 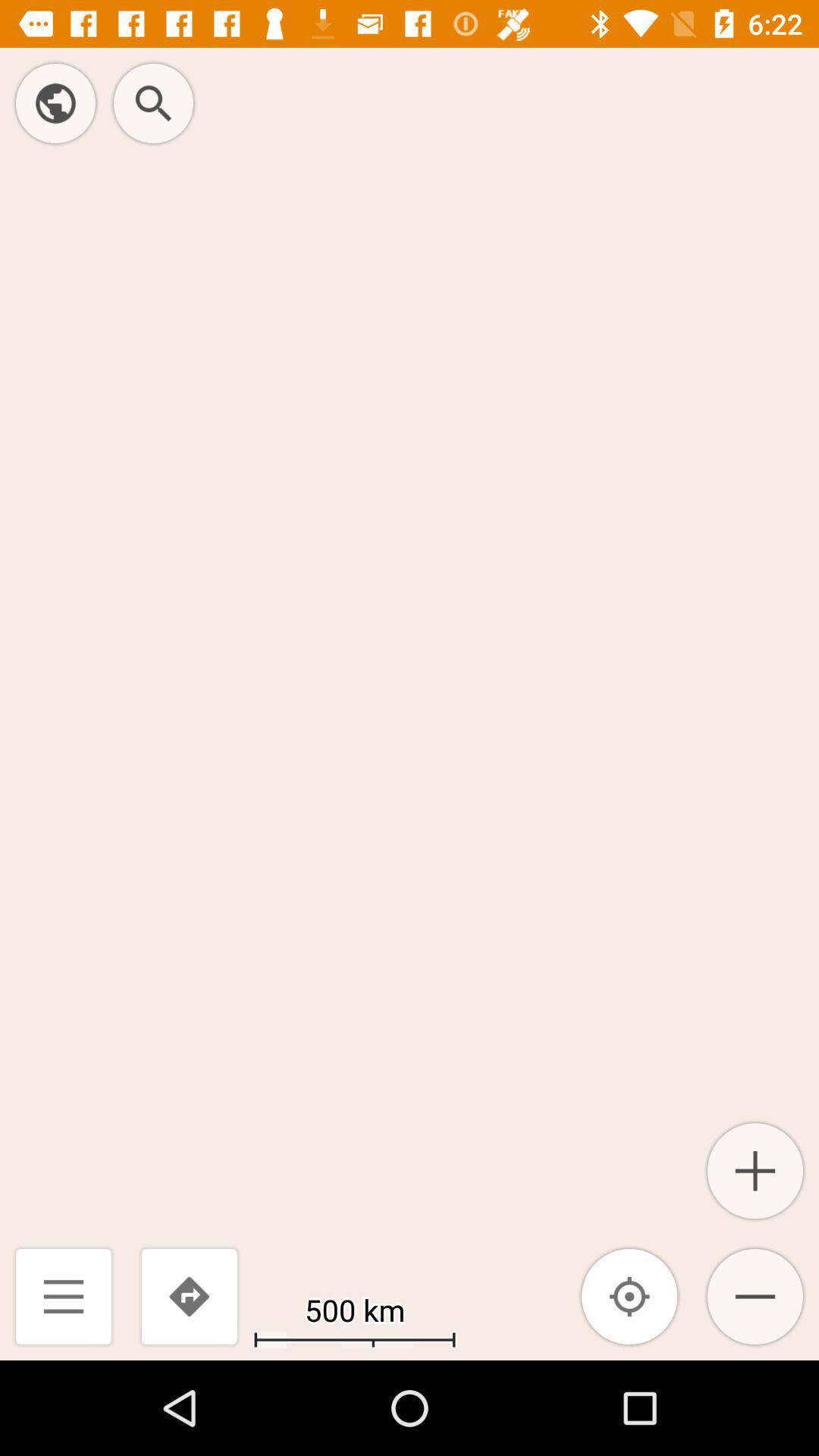 What do you see at coordinates (55, 102) in the screenshot?
I see `the globe icon` at bounding box center [55, 102].